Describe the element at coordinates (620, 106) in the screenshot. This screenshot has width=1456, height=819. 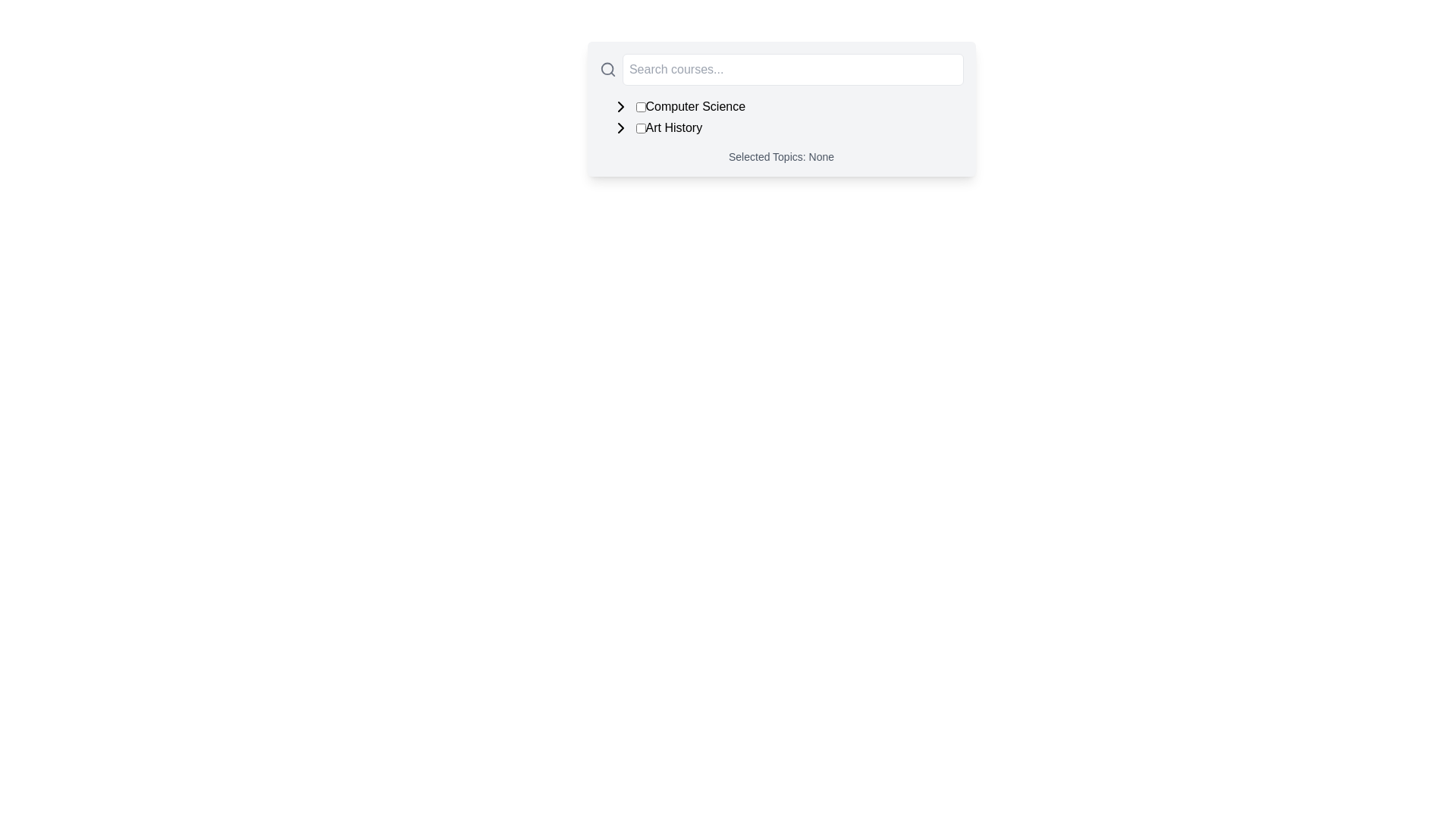
I see `the rightward-pointing chevron icon button associated with the 'Computer Science' label` at that location.